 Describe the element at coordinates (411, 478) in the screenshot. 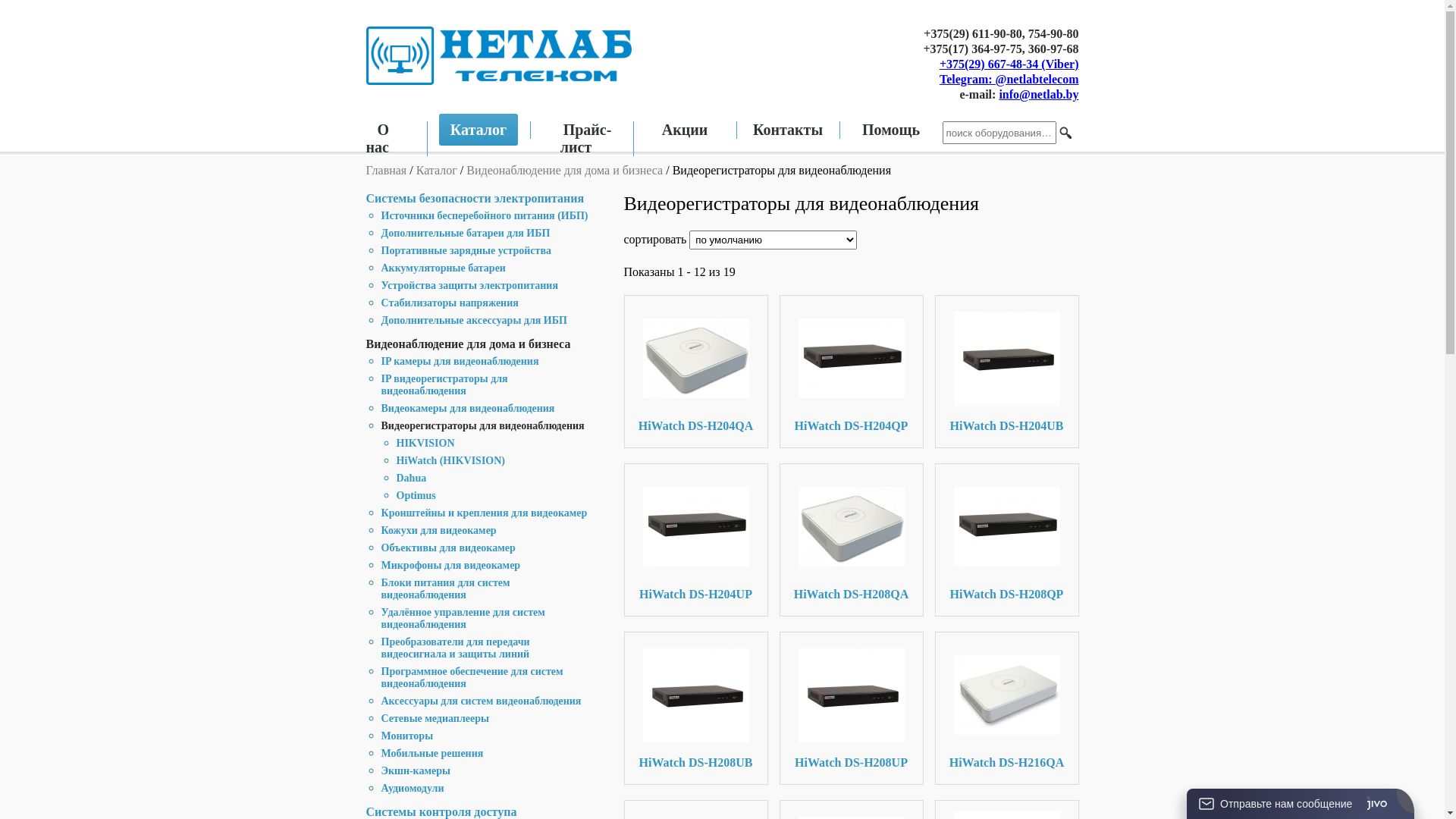

I see `'Dahua'` at that location.